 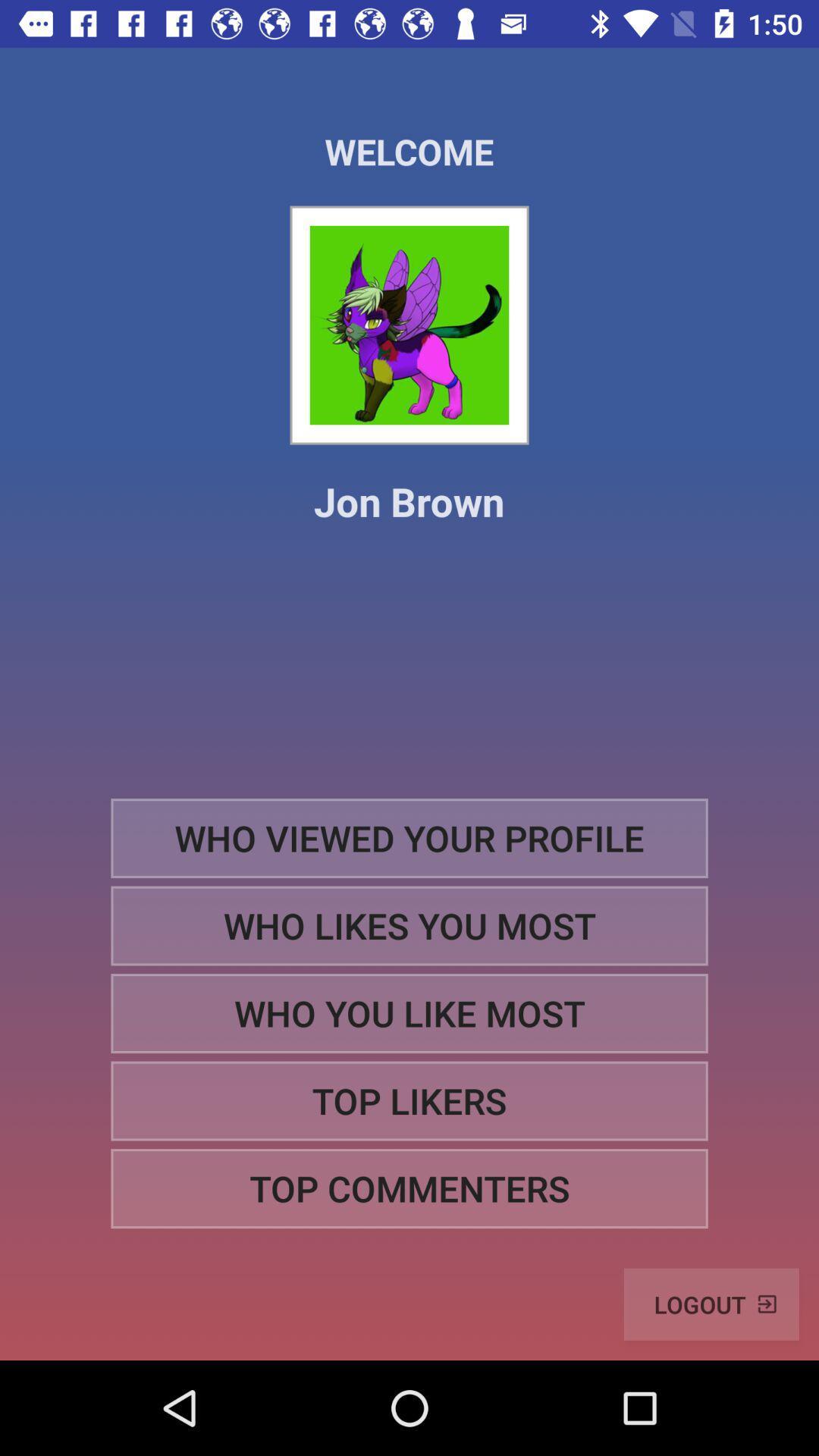 What do you see at coordinates (409, 1101) in the screenshot?
I see `item above the top commenters item` at bounding box center [409, 1101].